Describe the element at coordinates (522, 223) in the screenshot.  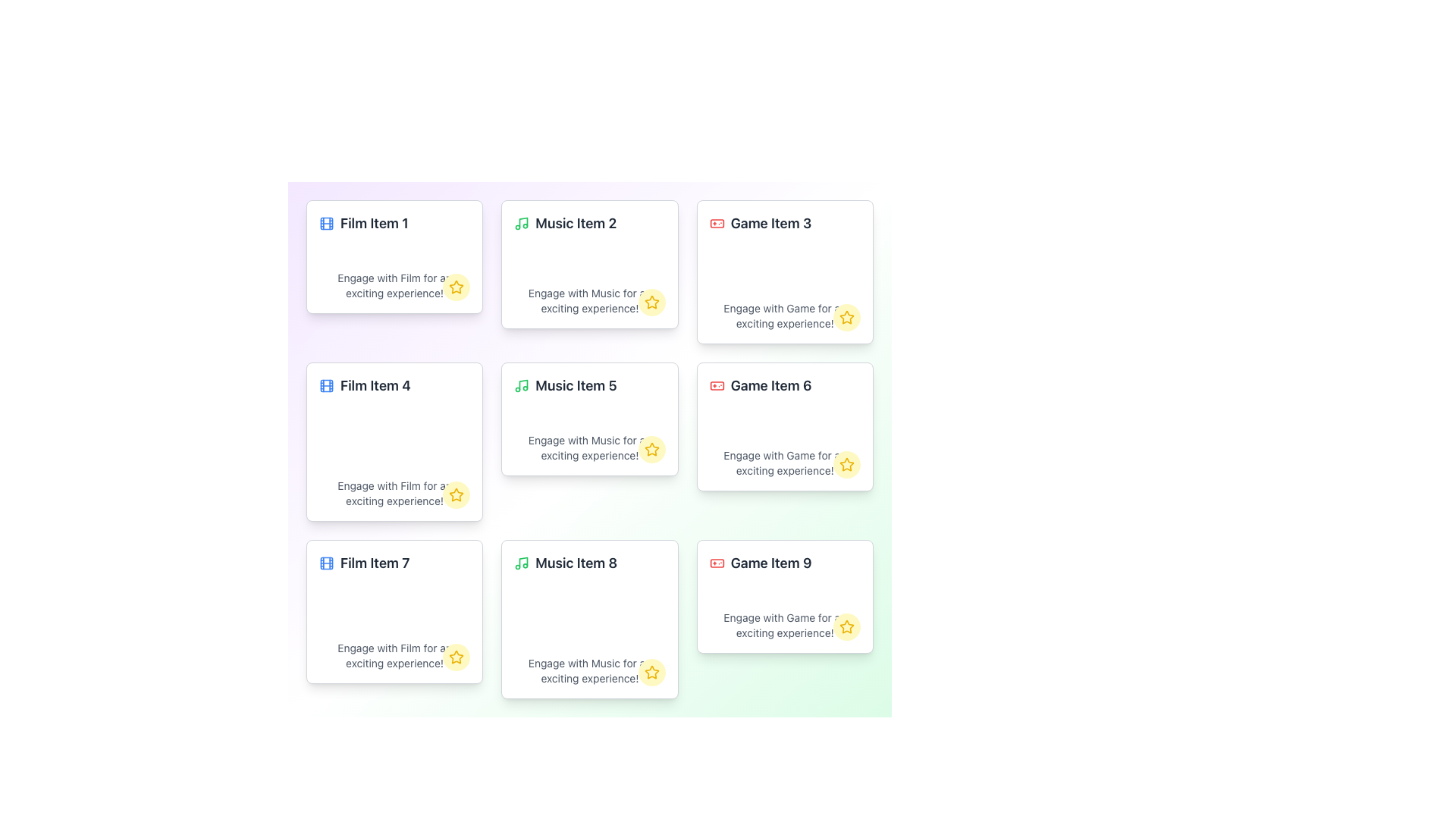
I see `the green musical symbol icon located to the left of the 'Music Item 2' title within the middle card of the top row` at that location.